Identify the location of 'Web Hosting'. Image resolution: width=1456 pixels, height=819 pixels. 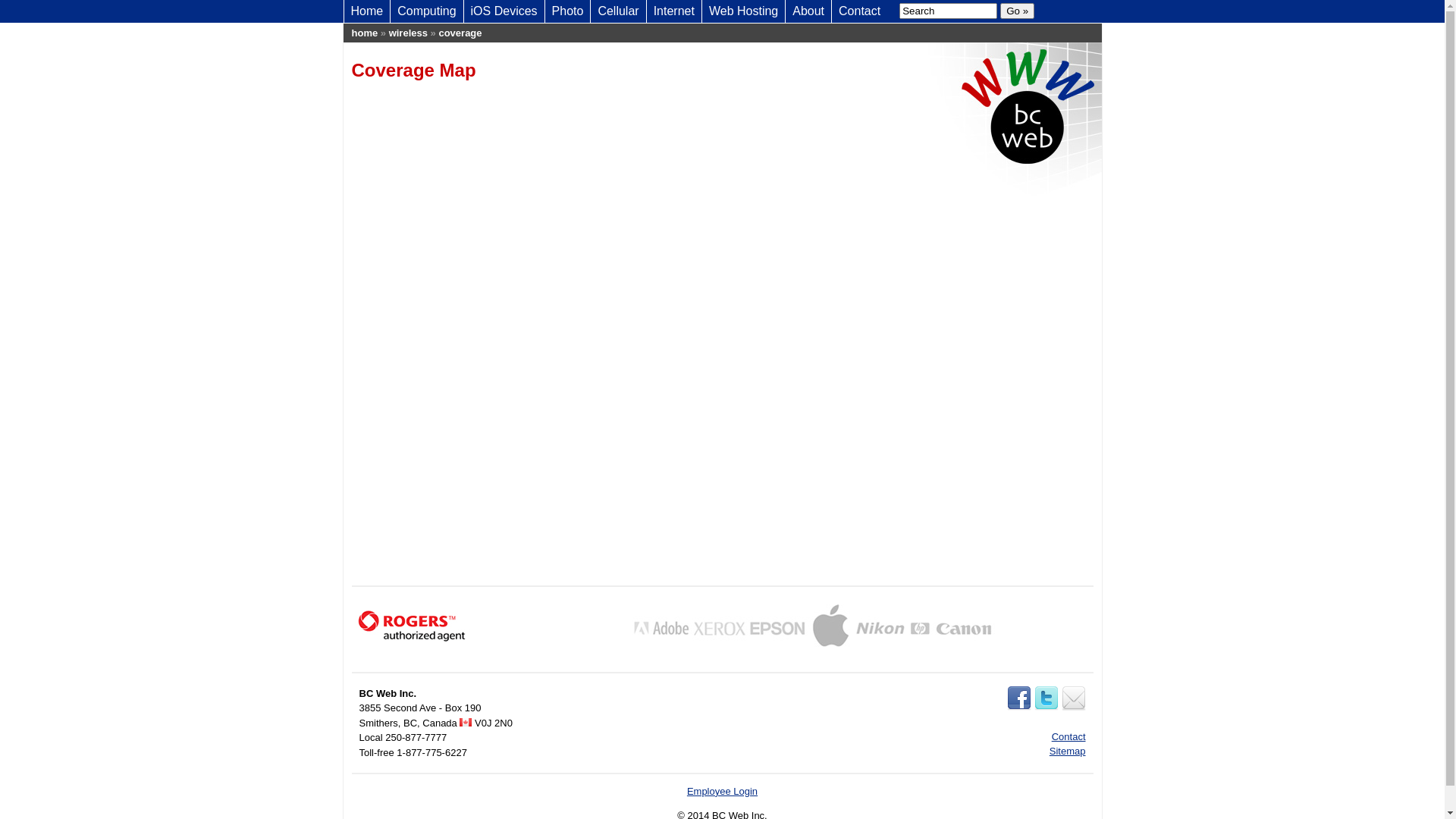
(701, 11).